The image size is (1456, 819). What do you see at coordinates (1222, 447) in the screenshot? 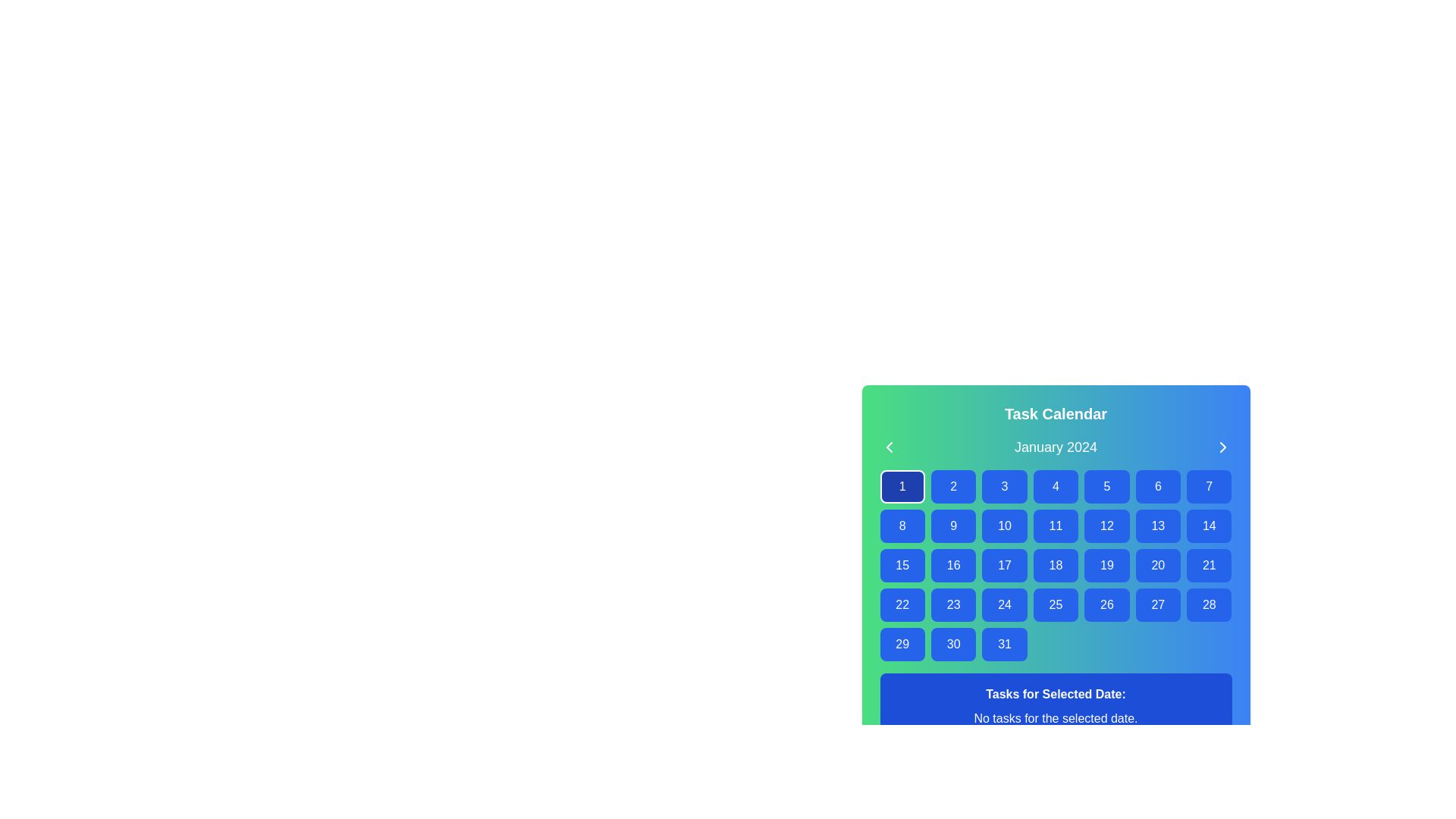
I see `the rightward chevron button adjacent to the 'January 2024' calendar title` at bounding box center [1222, 447].